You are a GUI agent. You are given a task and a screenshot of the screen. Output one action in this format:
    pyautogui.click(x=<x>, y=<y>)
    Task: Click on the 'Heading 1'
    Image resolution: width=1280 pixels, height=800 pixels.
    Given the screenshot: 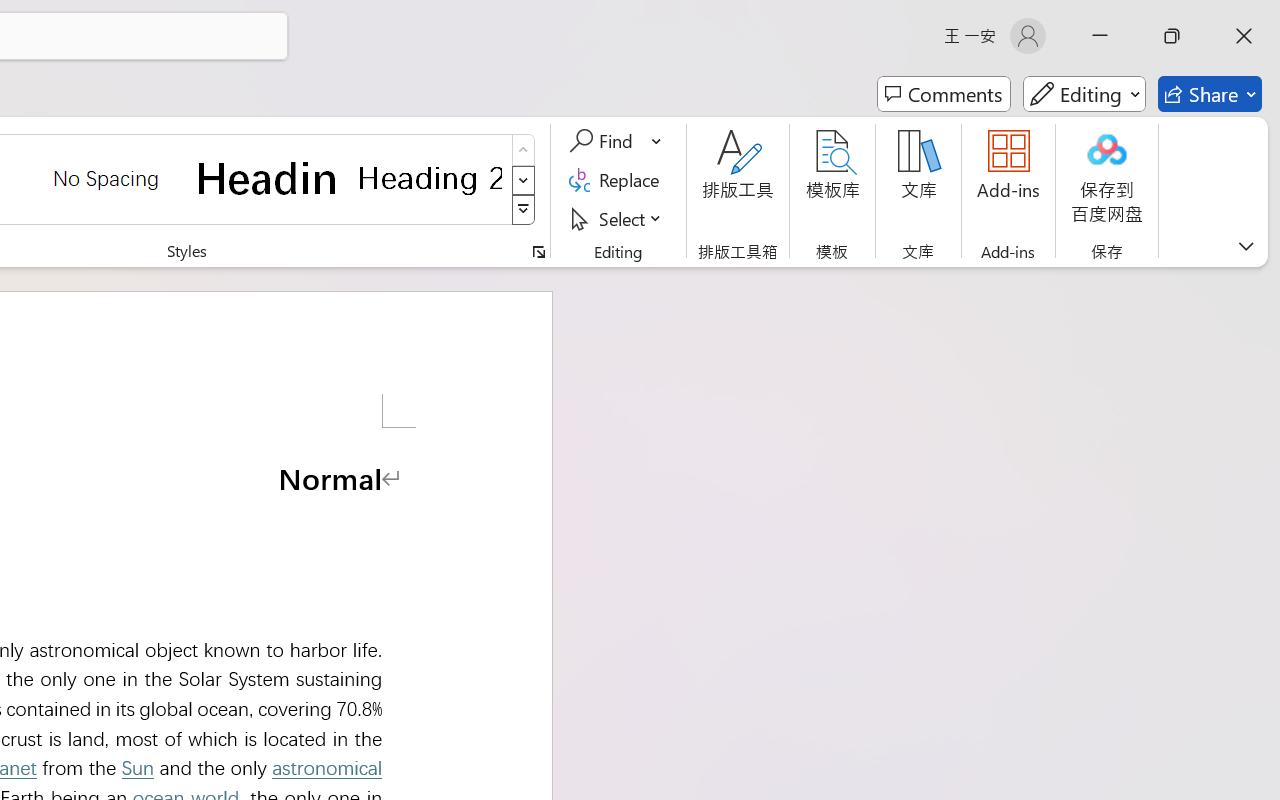 What is the action you would take?
    pyautogui.click(x=267, y=177)
    